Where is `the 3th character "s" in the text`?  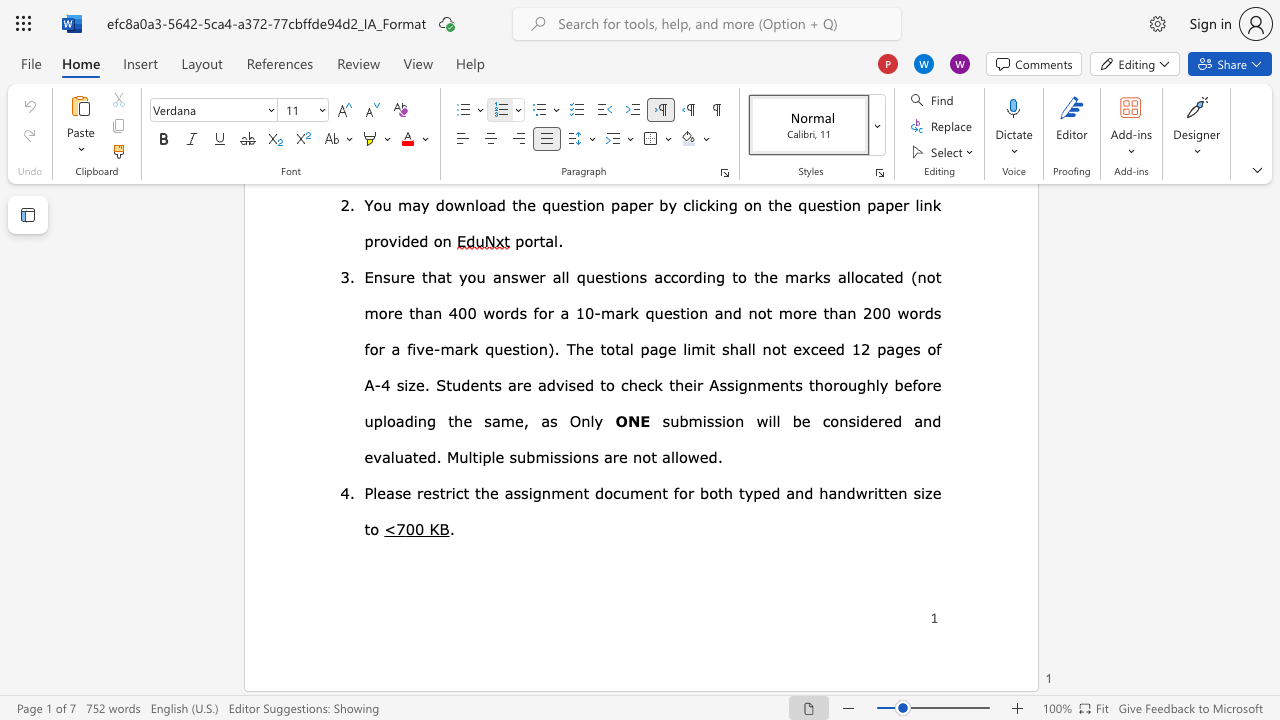 the 3th character "s" in the text is located at coordinates (718, 419).